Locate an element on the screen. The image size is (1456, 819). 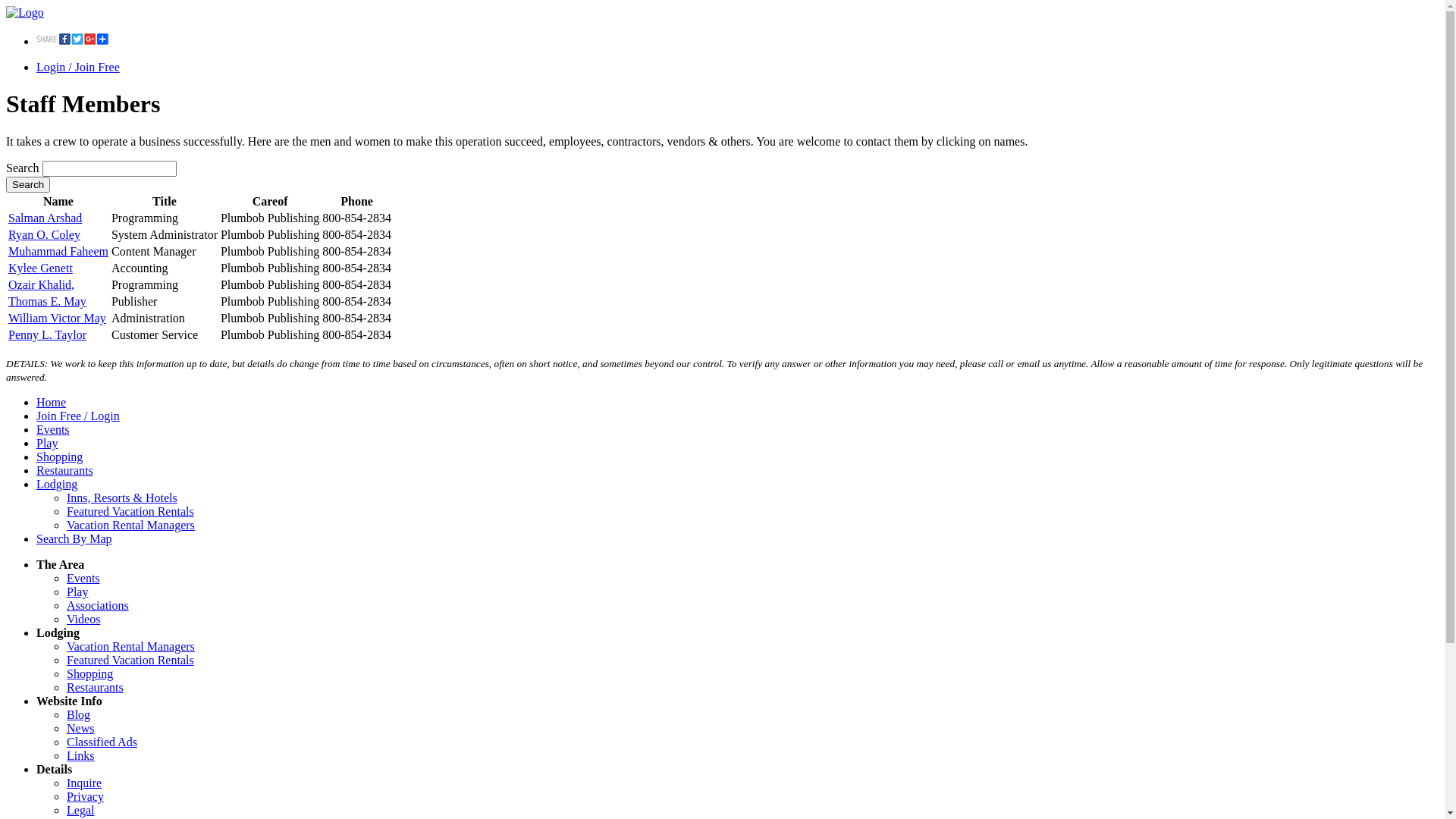
'Shopping' is located at coordinates (59, 456).